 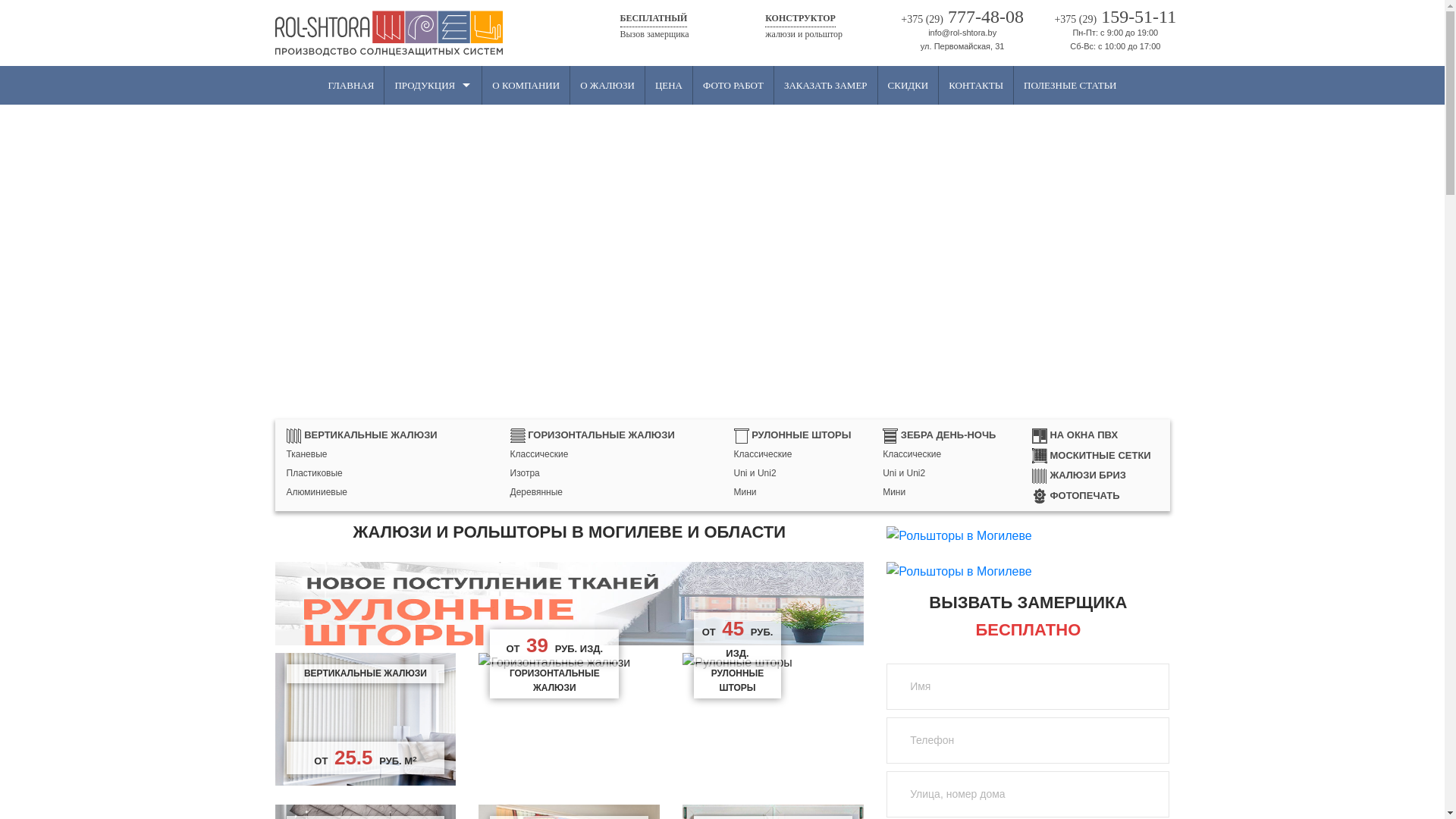 I want to click on 'info@rol-shtora.by', so click(x=961, y=32).